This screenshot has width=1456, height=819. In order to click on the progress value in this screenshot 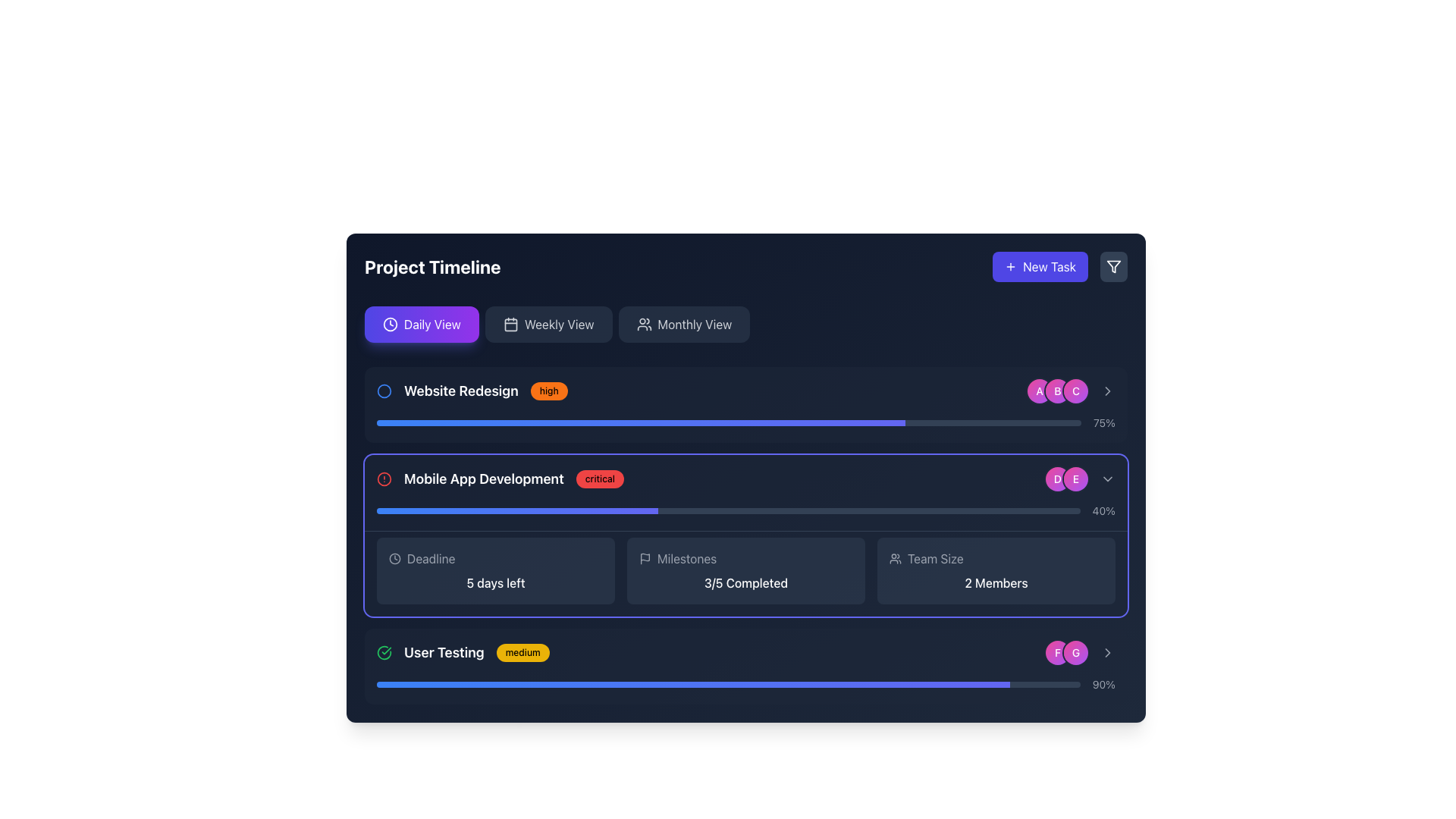, I will do `click(604, 684)`.